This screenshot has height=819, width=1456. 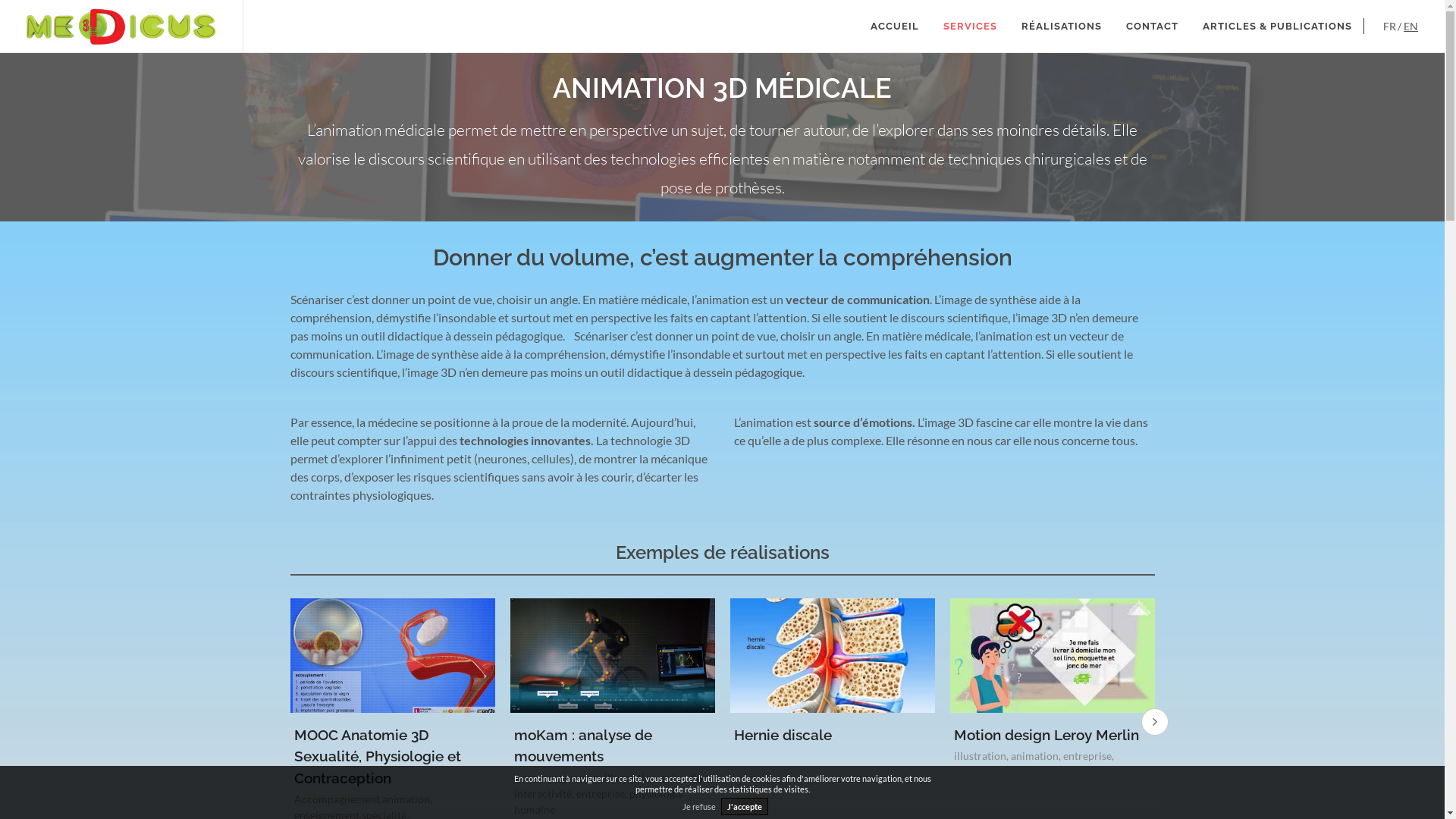 I want to click on 'Motion design Leroy Merlin', so click(x=1046, y=733).